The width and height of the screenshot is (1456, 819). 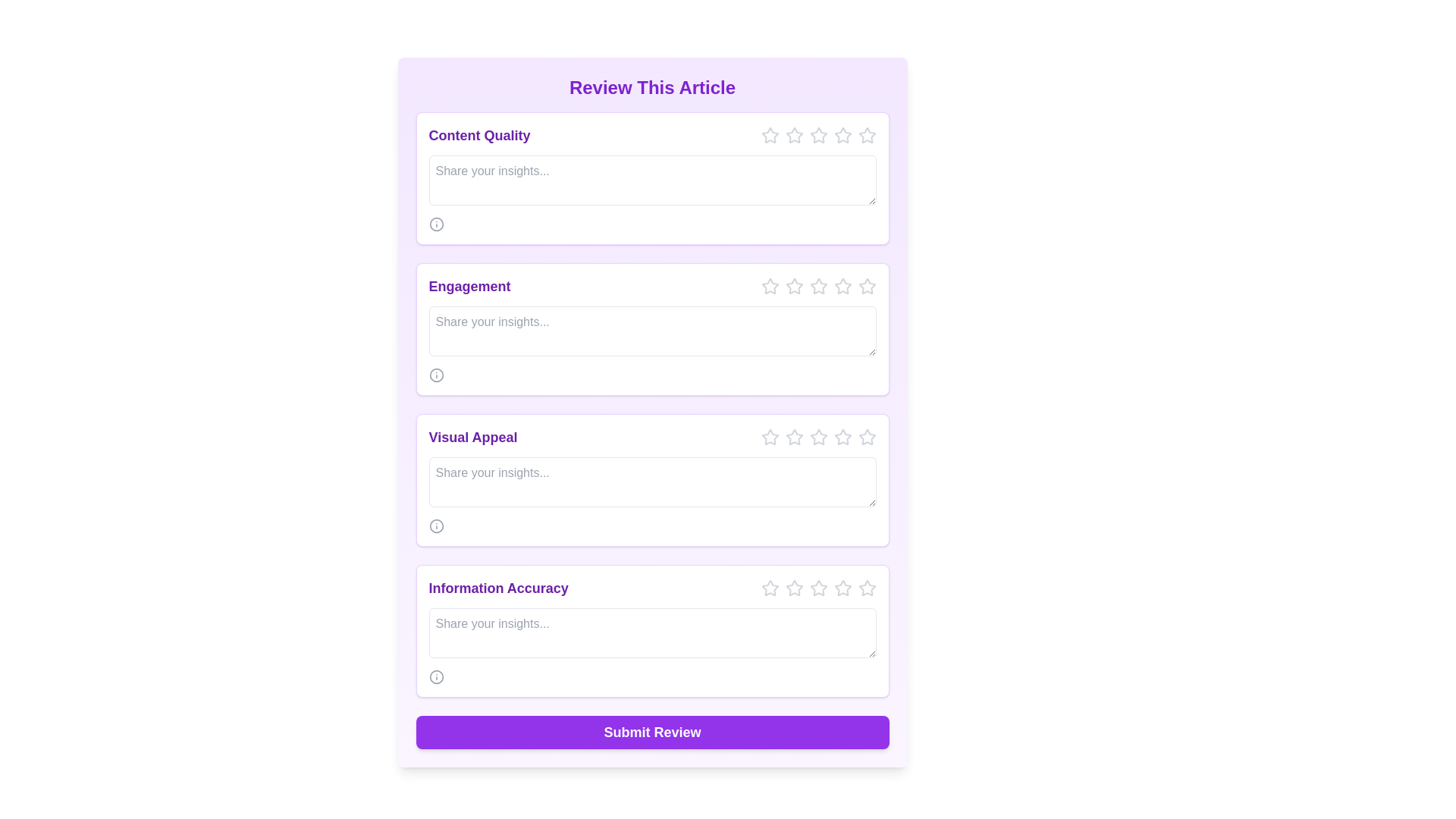 I want to click on the fifth star icon in the sequence of rating stars within the 'Visual Appeal' section to set the rating, so click(x=867, y=438).